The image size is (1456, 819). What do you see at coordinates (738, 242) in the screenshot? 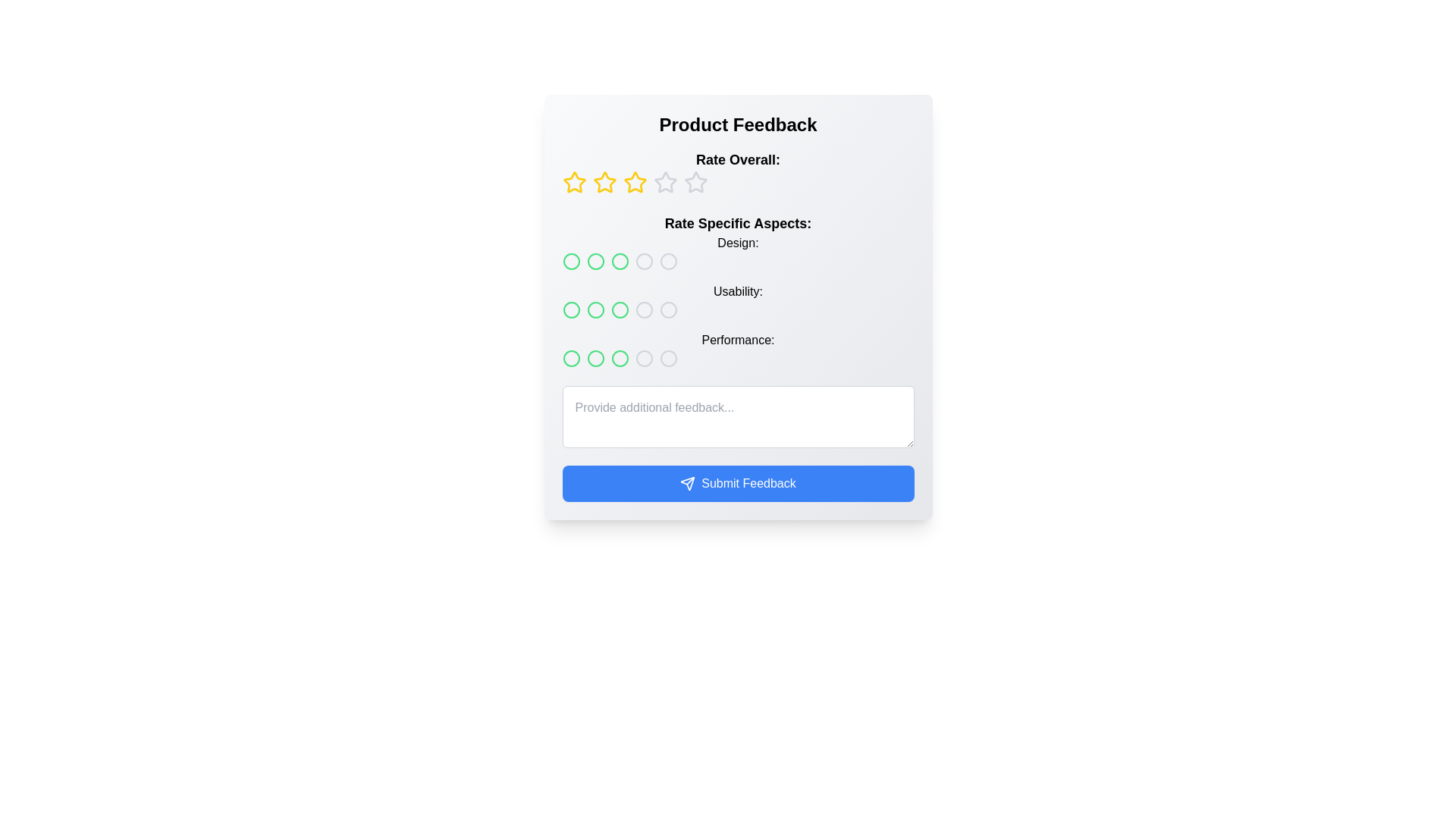
I see `the static text label that indicates the 'Design' aspect rating section, positioned below the 'Rate Specific Aspects' heading` at bounding box center [738, 242].